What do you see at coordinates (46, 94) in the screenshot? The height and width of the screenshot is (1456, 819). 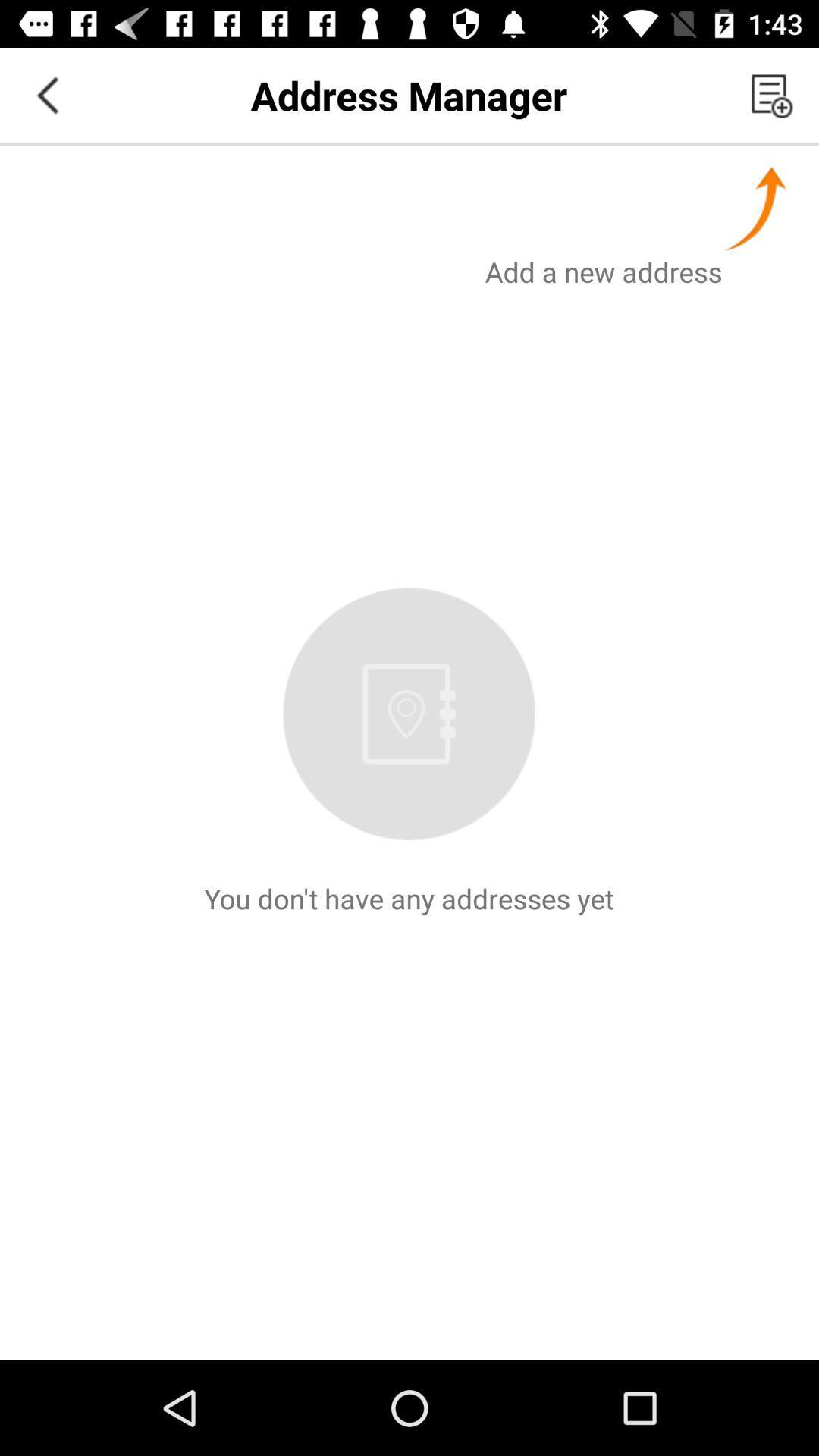 I see `the item to the left of the address manager app` at bounding box center [46, 94].